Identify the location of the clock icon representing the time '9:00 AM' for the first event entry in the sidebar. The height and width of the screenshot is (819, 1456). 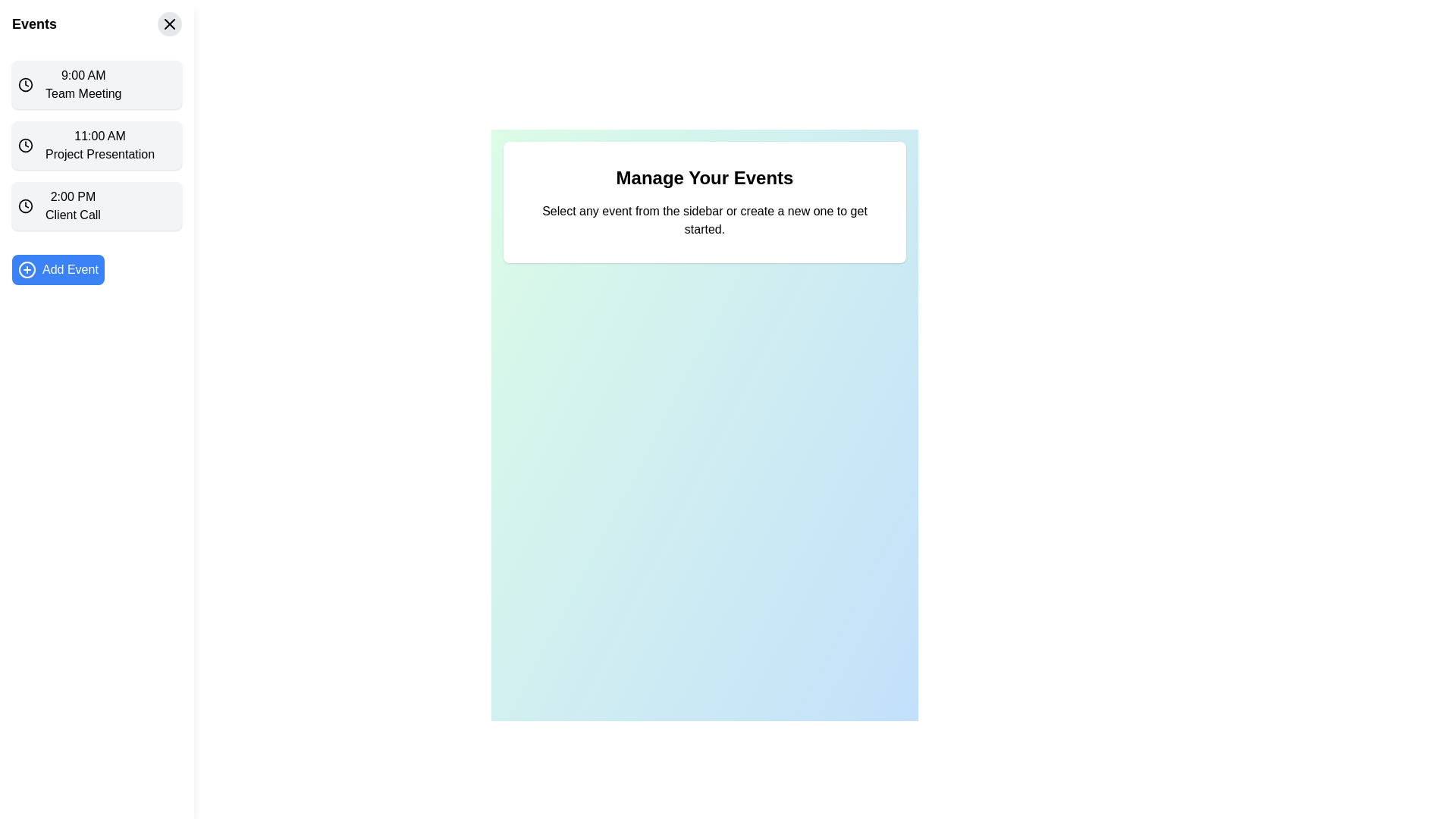
(25, 84).